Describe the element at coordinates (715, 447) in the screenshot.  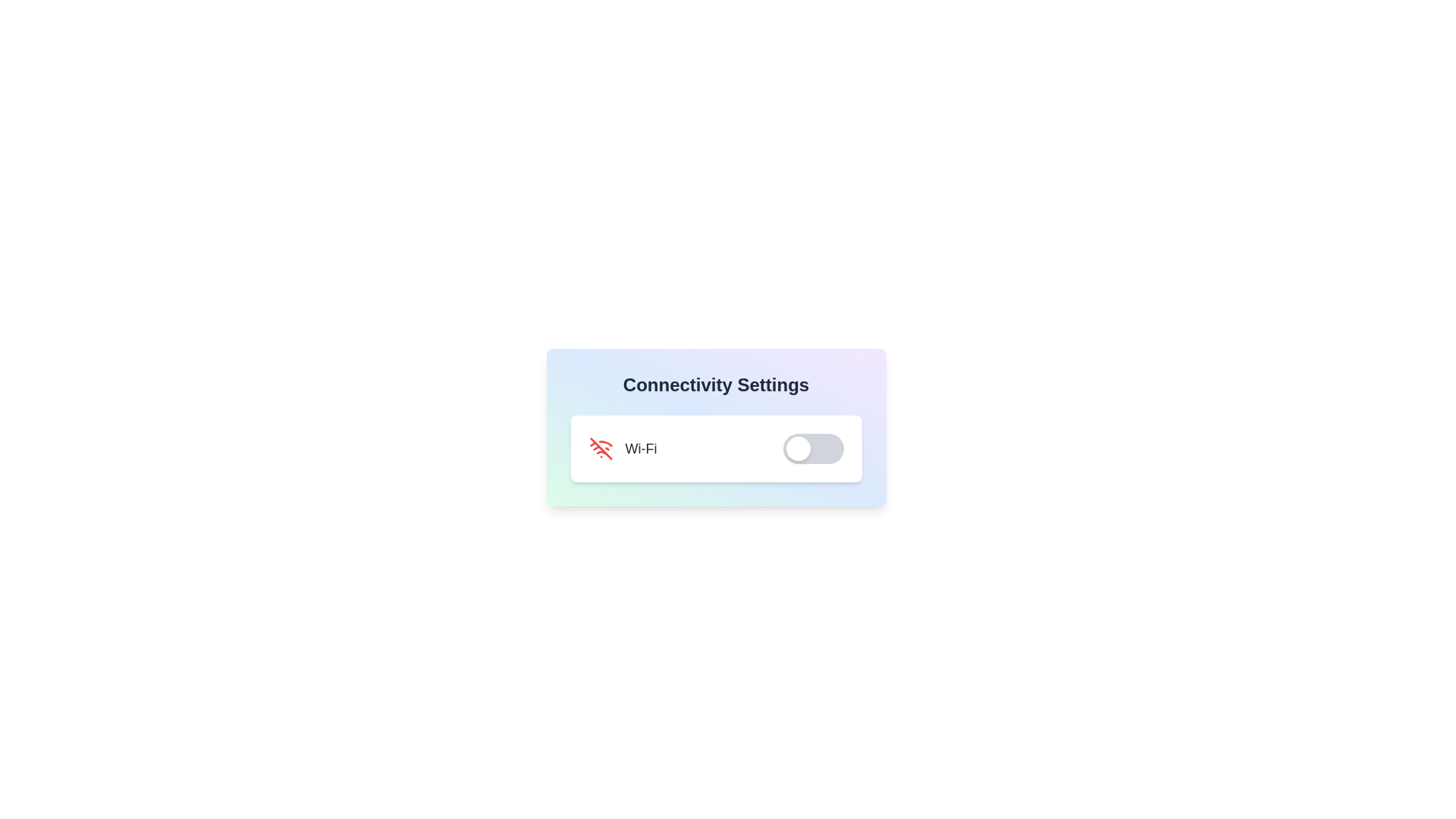
I see `the rectangular card with a white background, rounded corners, a red Wi-Fi icon with a strike-through, the text 'Wi-Fi' in medium gray font, and a toggle switch on the far right, located in the 'Connectivity Settings' section` at that location.